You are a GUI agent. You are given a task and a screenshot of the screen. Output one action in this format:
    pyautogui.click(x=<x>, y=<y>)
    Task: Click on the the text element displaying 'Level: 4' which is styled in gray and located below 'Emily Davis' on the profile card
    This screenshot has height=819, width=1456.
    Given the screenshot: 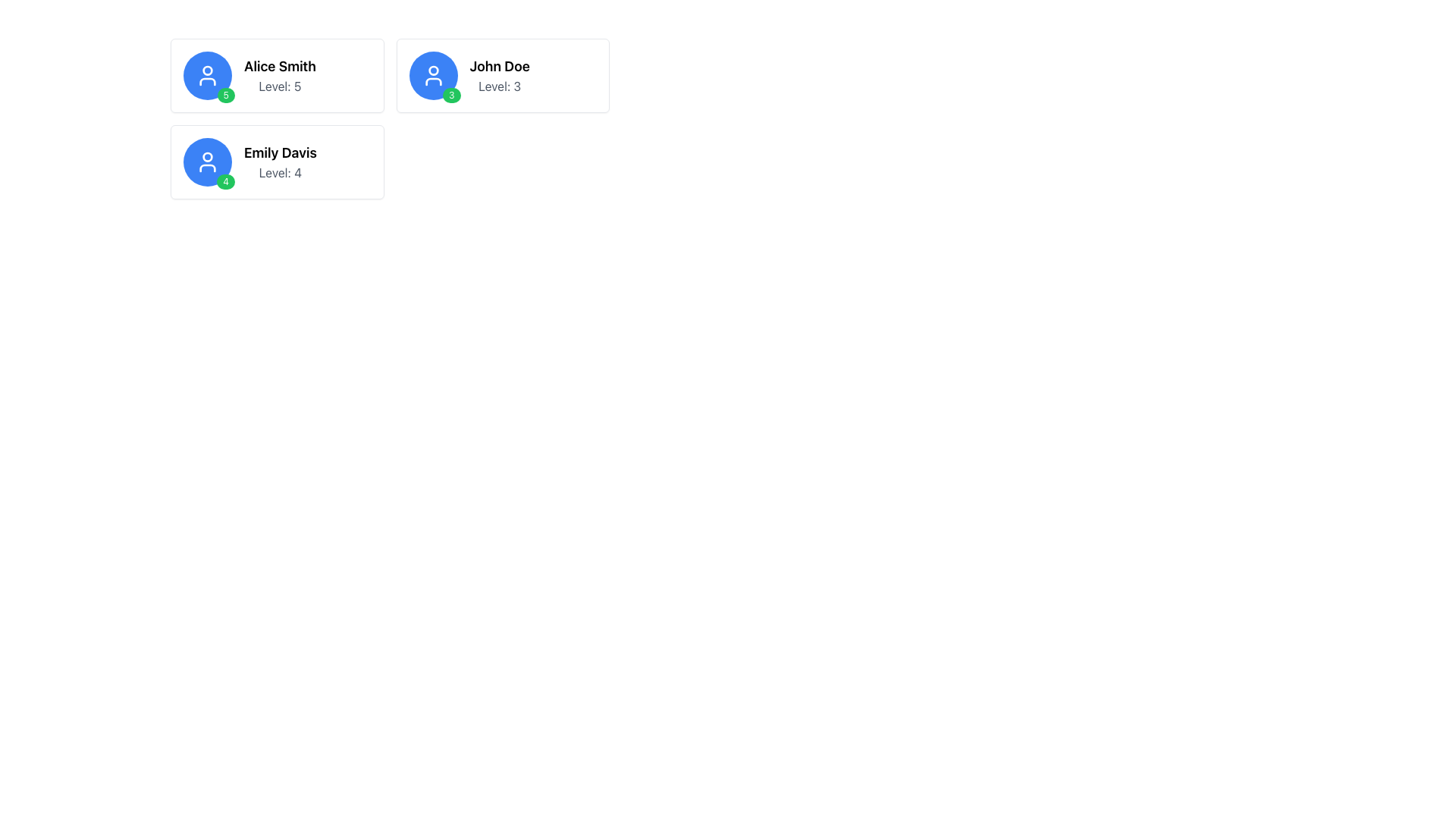 What is the action you would take?
    pyautogui.click(x=280, y=171)
    